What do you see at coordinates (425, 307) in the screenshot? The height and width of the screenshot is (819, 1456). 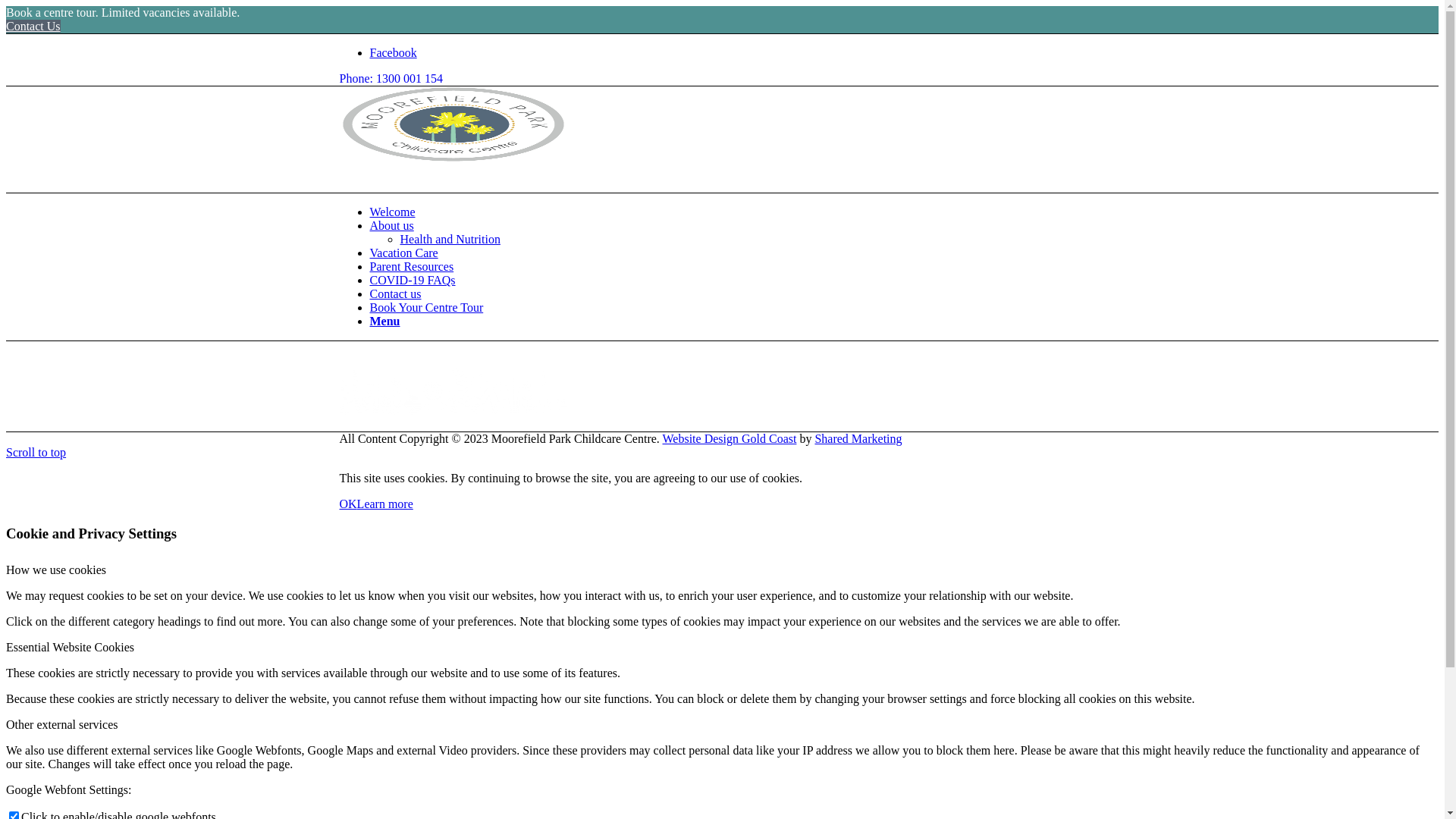 I see `'Book Your Centre Tour'` at bounding box center [425, 307].